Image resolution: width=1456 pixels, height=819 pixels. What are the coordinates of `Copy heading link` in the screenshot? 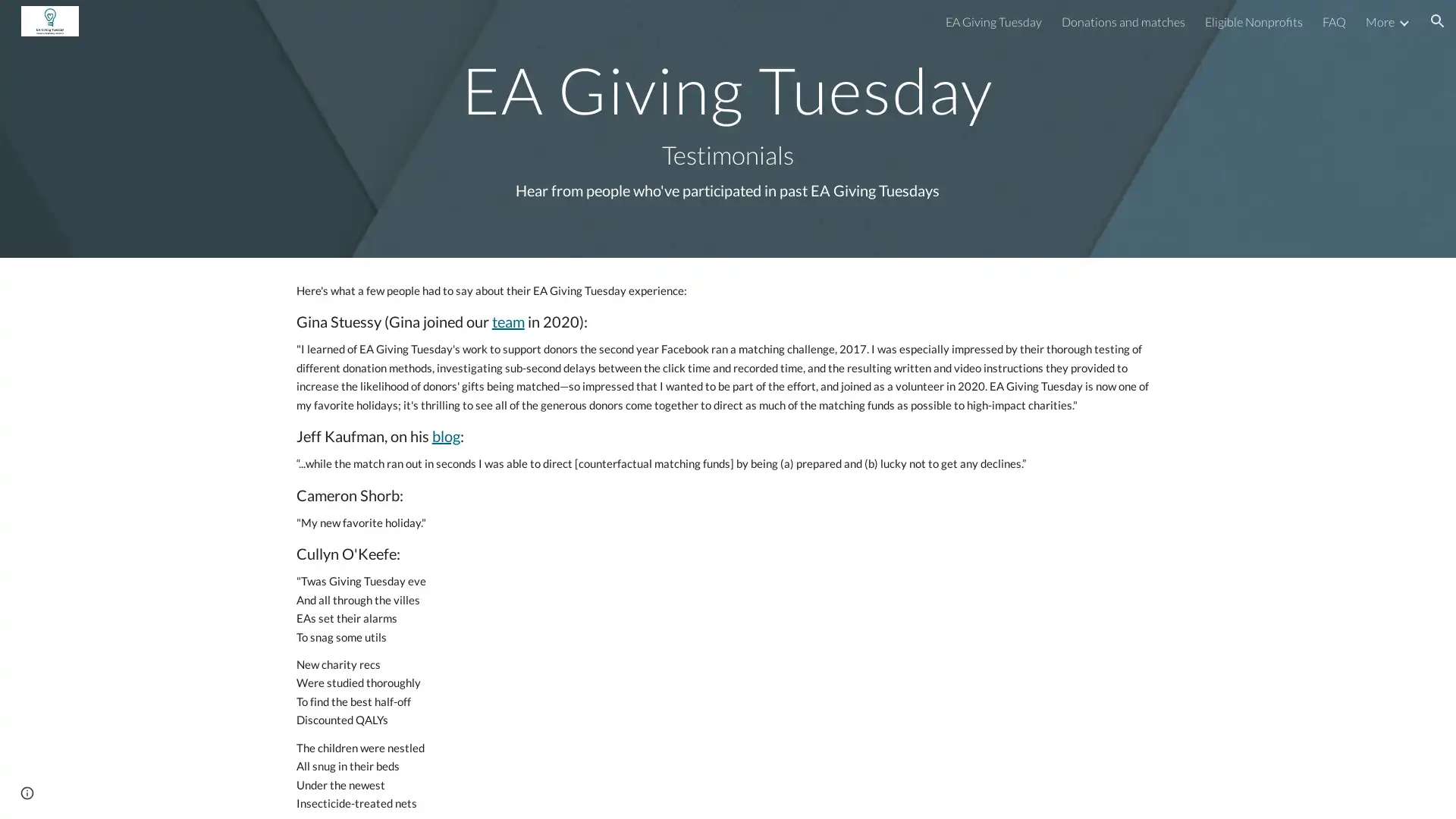 It's located at (422, 494).